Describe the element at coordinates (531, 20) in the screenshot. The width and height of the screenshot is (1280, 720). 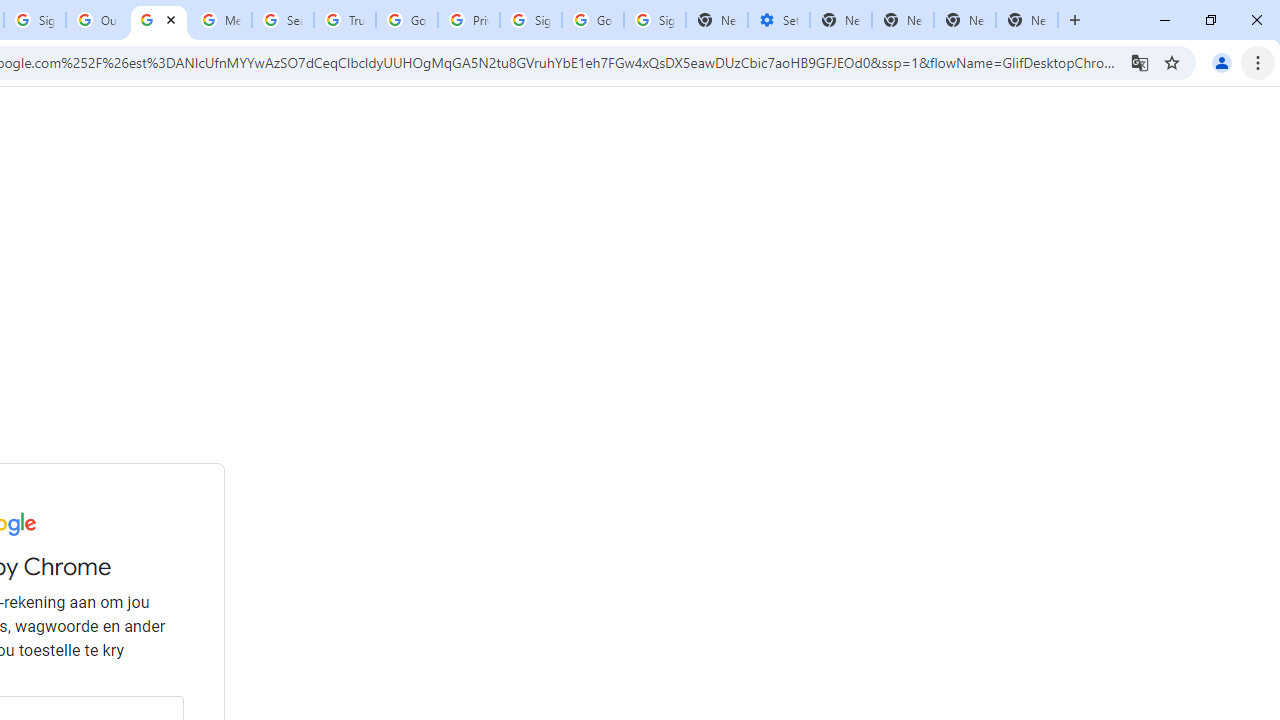
I see `'Sign in - Google Accounts'` at that location.